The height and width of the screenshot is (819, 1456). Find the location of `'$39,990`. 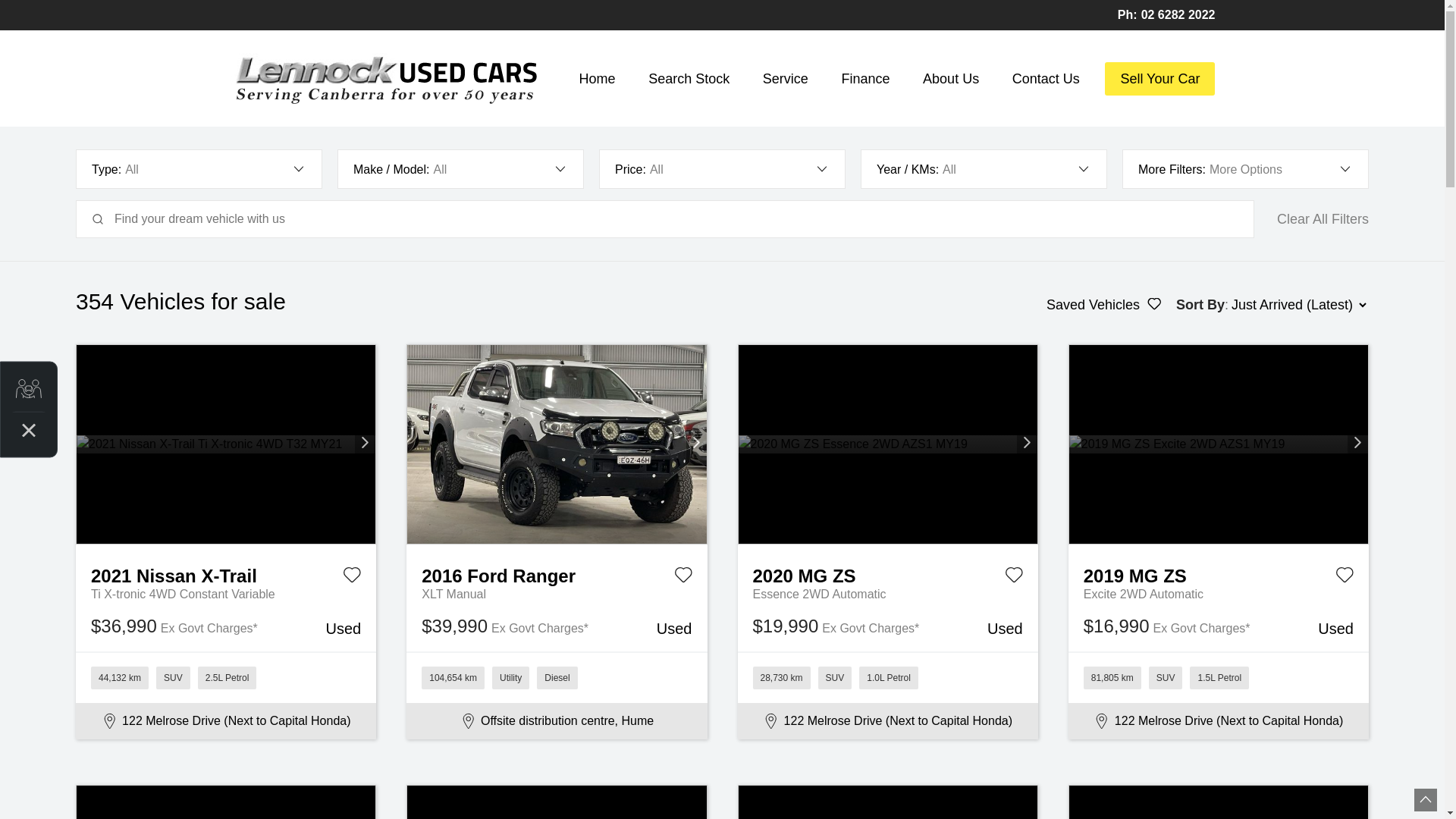

'$39,990 is located at coordinates (556, 627).